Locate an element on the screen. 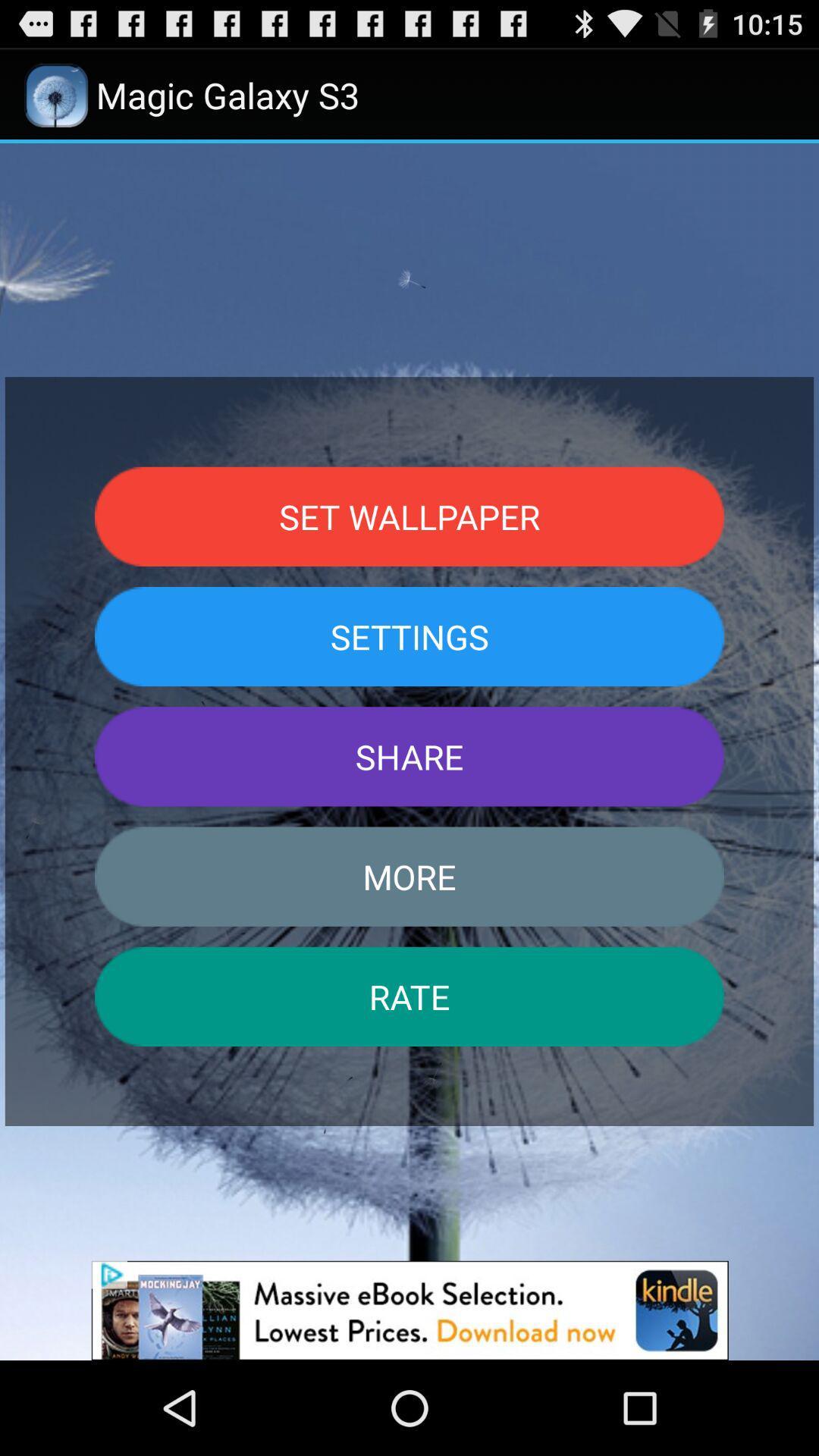  rate is located at coordinates (409, 996).